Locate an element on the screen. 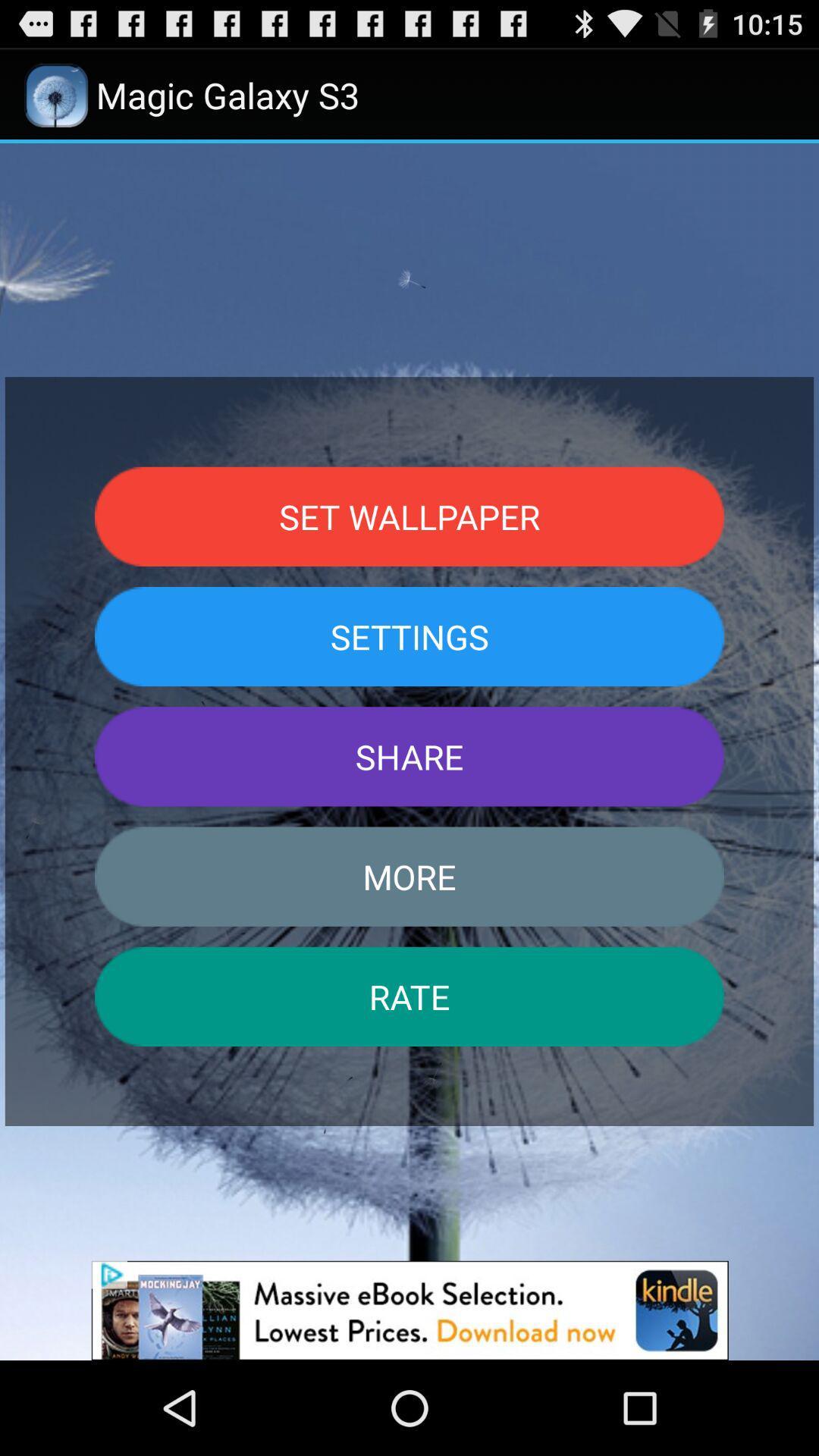  rate is located at coordinates (409, 996).